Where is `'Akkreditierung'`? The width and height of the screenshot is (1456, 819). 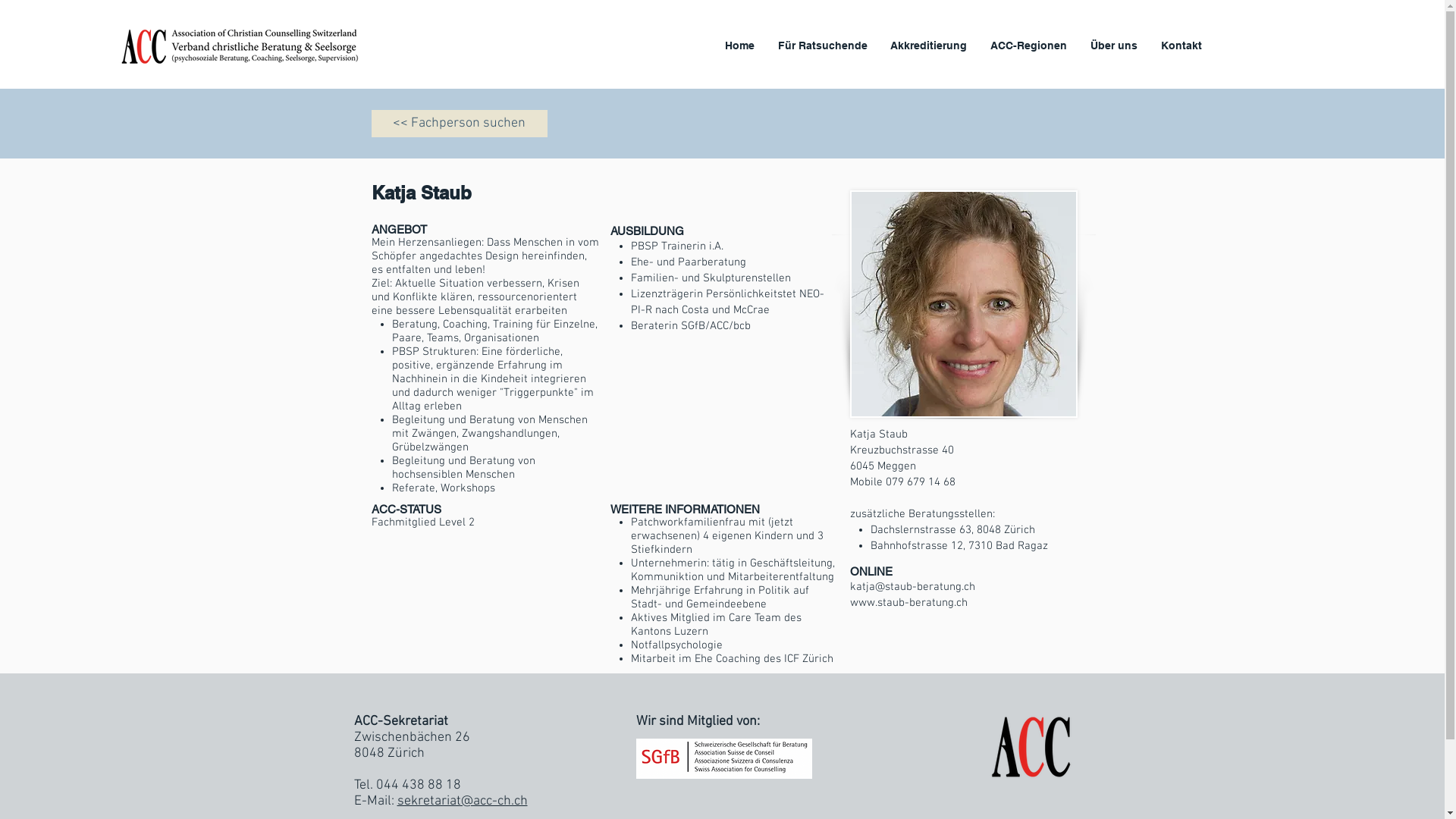
'Akkreditierung' is located at coordinates (927, 45).